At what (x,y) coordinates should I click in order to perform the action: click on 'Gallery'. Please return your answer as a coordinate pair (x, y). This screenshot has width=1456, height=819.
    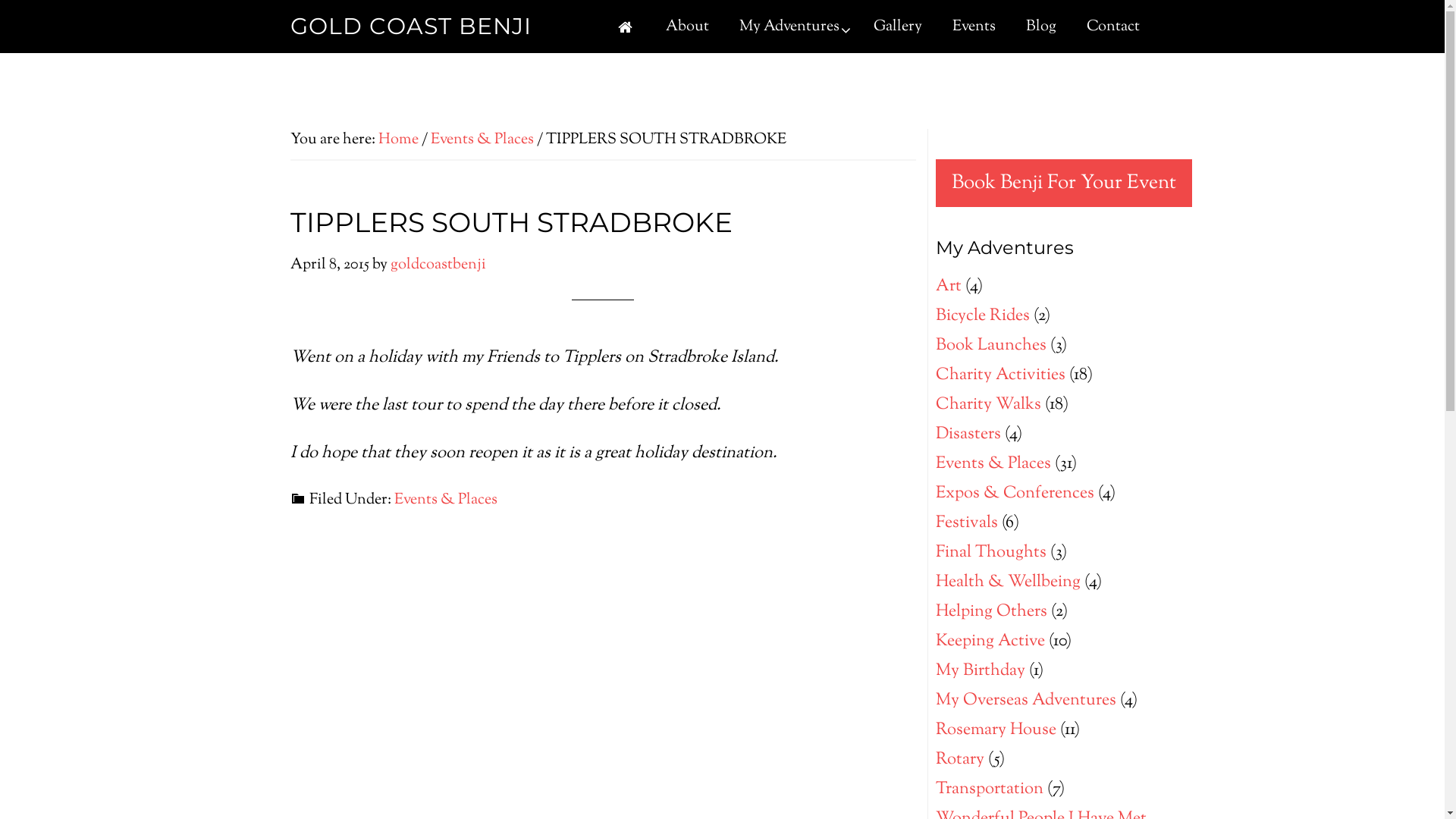
    Looking at the image, I should click on (898, 27).